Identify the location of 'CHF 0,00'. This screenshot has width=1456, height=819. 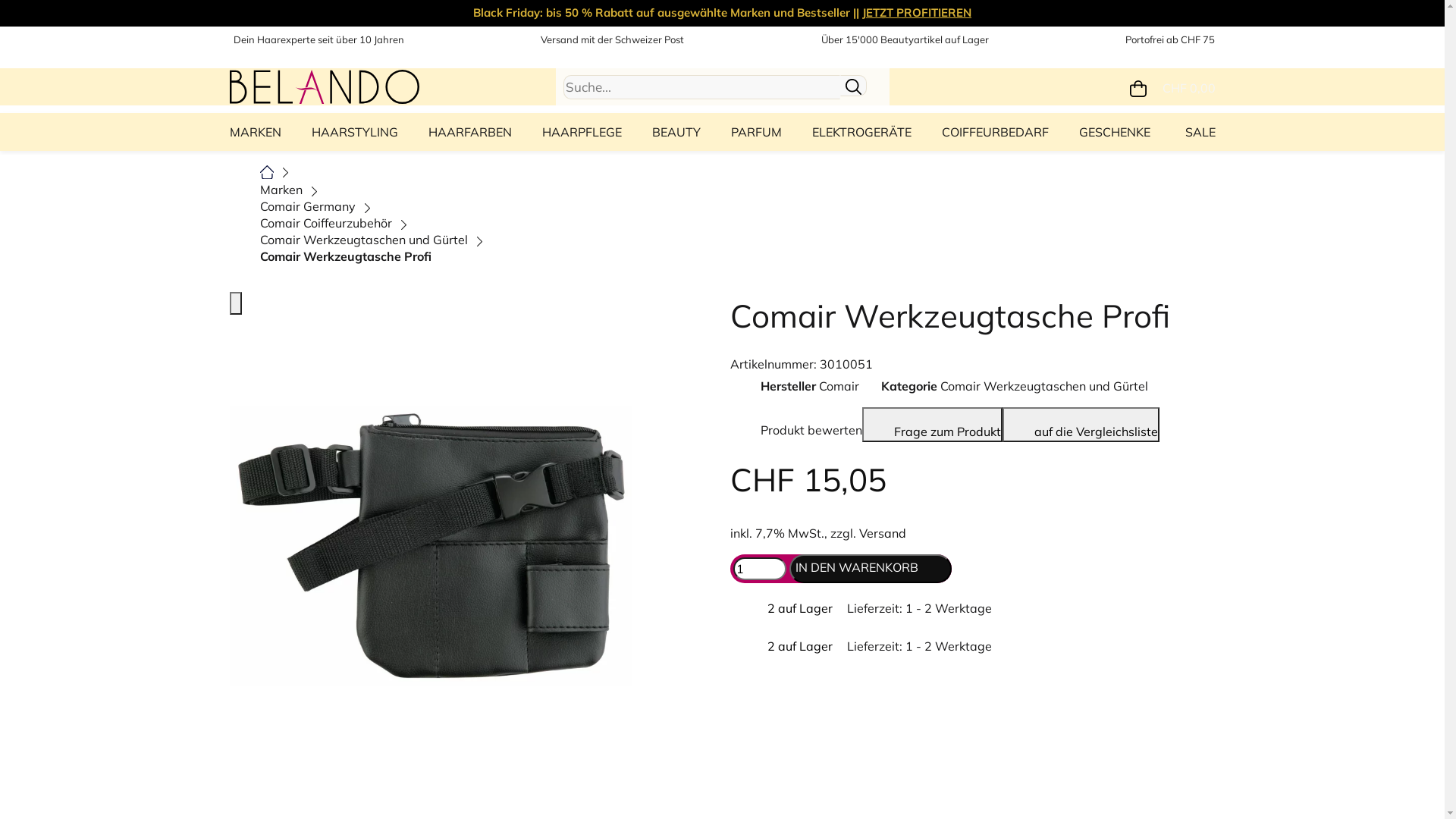
(1172, 86).